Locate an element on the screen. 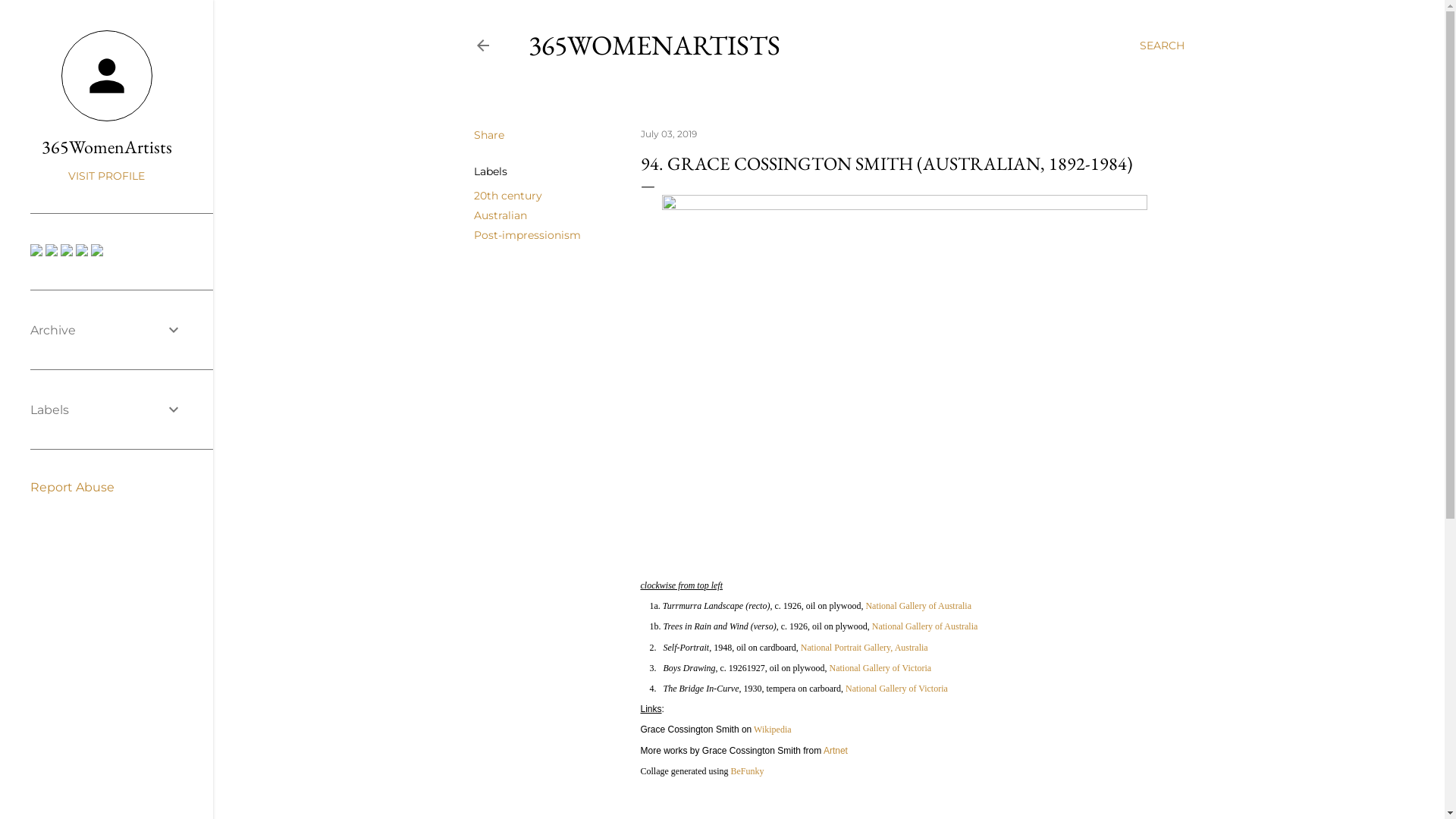 Image resolution: width=1456 pixels, height=819 pixels. 'National Gallery of Victoria' is located at coordinates (896, 688).